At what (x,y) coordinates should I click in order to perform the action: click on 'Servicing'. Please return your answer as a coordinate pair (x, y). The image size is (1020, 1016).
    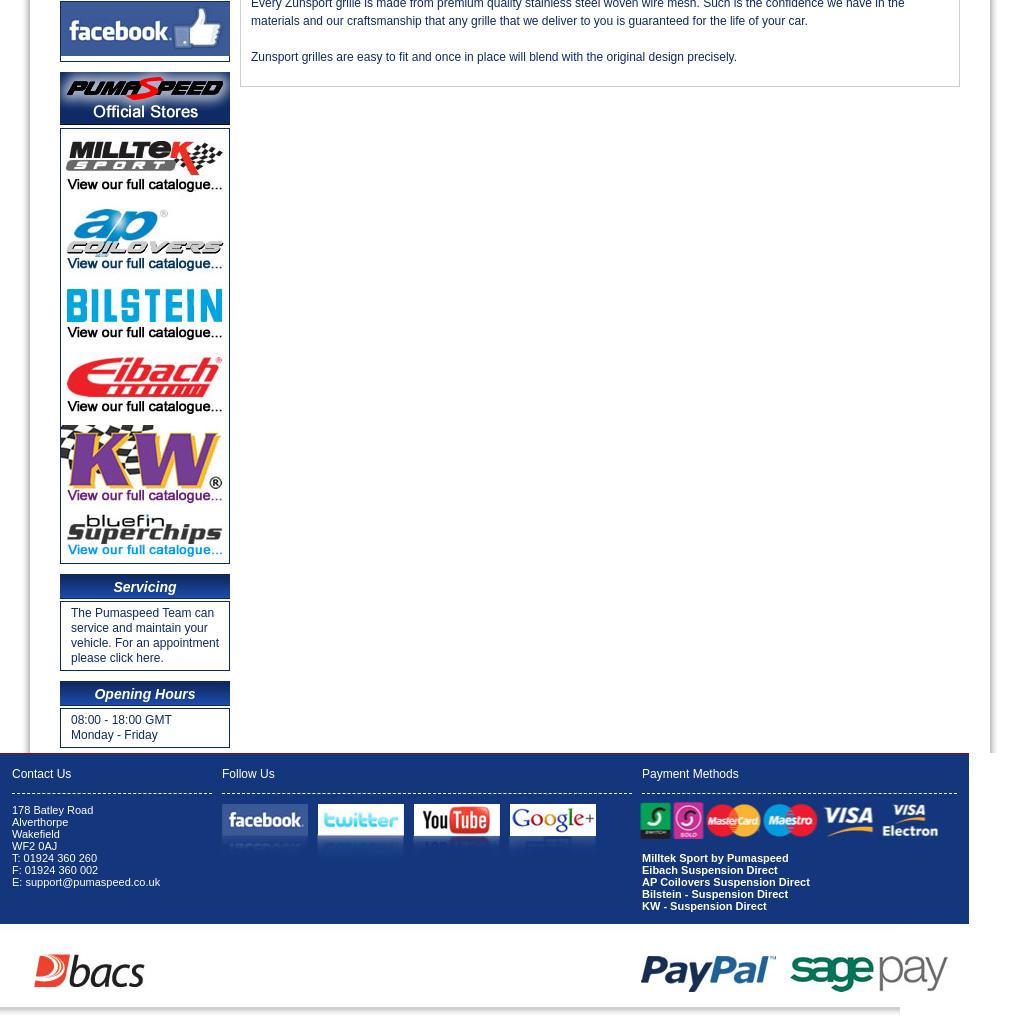
    Looking at the image, I should click on (144, 587).